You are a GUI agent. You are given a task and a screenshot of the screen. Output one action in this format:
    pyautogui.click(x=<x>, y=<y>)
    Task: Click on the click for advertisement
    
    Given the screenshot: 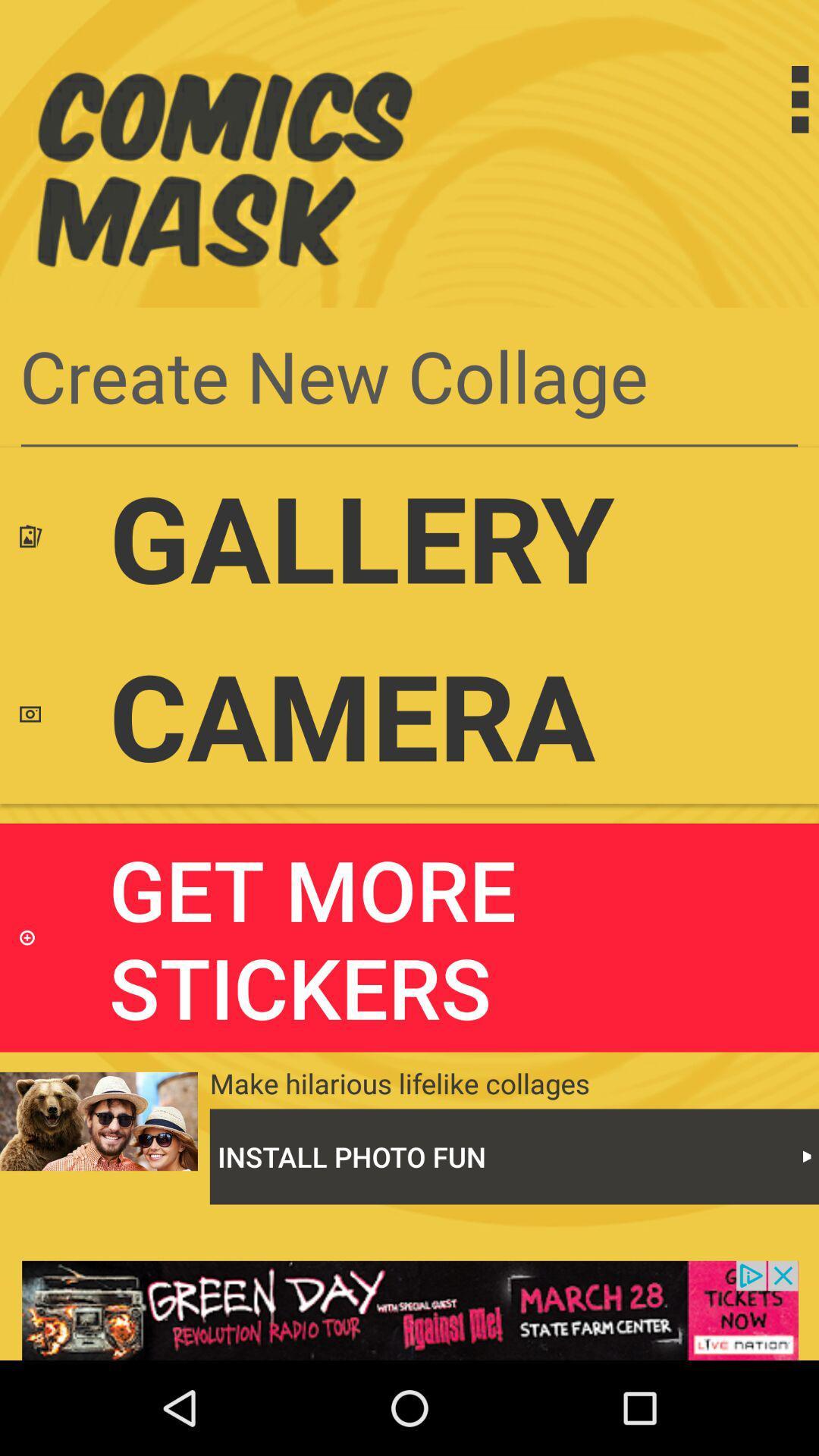 What is the action you would take?
    pyautogui.click(x=409, y=1310)
    